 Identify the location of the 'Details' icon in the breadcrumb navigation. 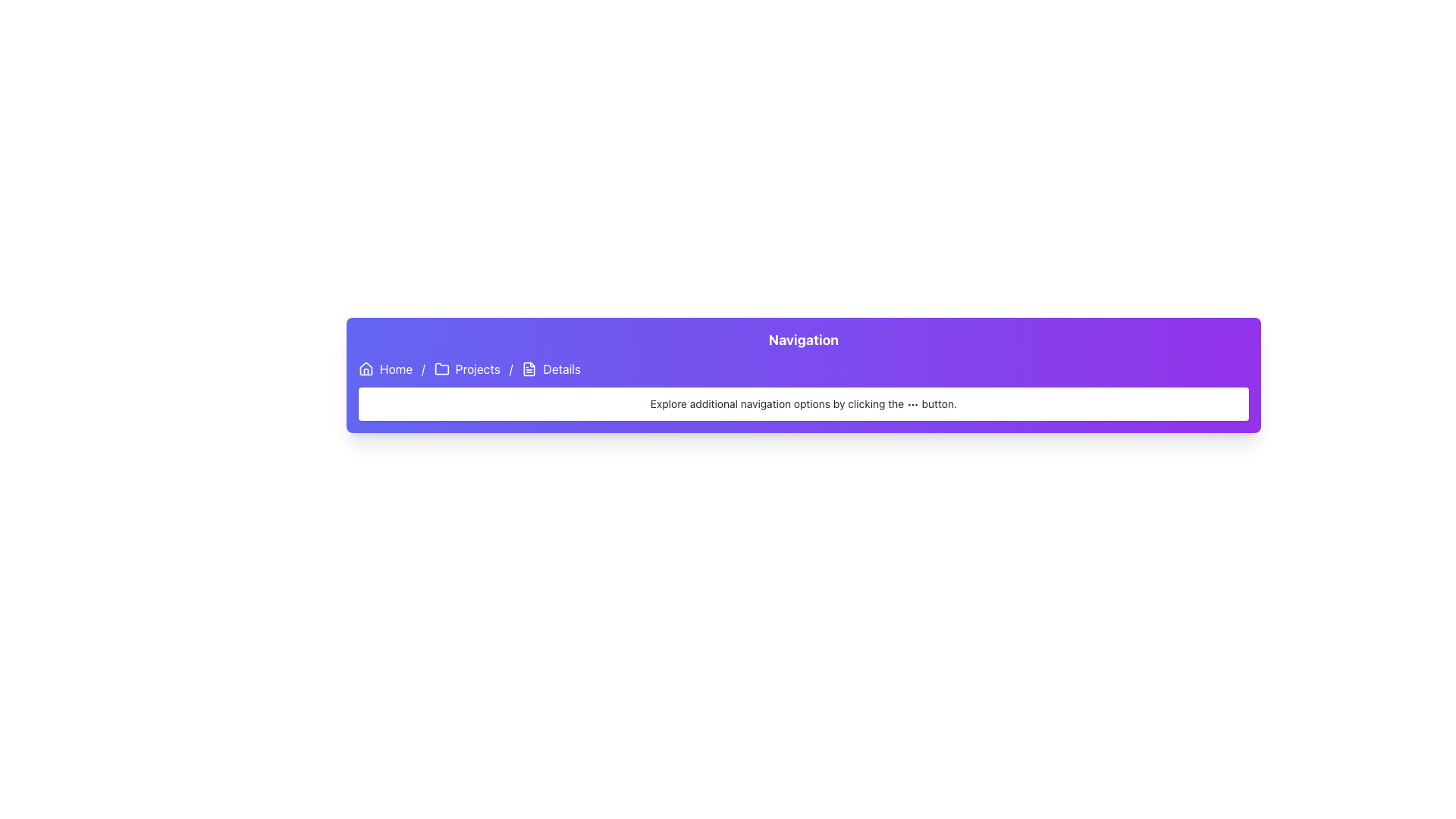
(529, 369).